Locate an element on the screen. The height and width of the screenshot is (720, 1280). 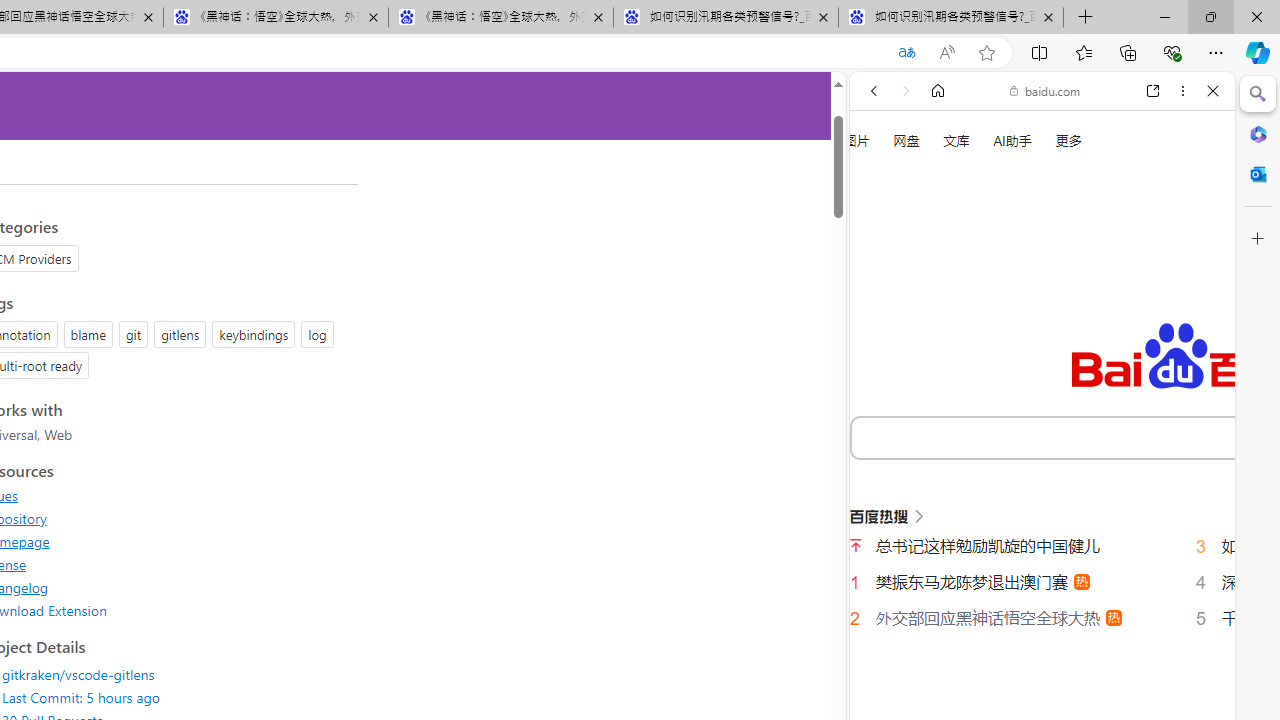
'Search Filter, VIDEOS' is located at coordinates (1006, 338).